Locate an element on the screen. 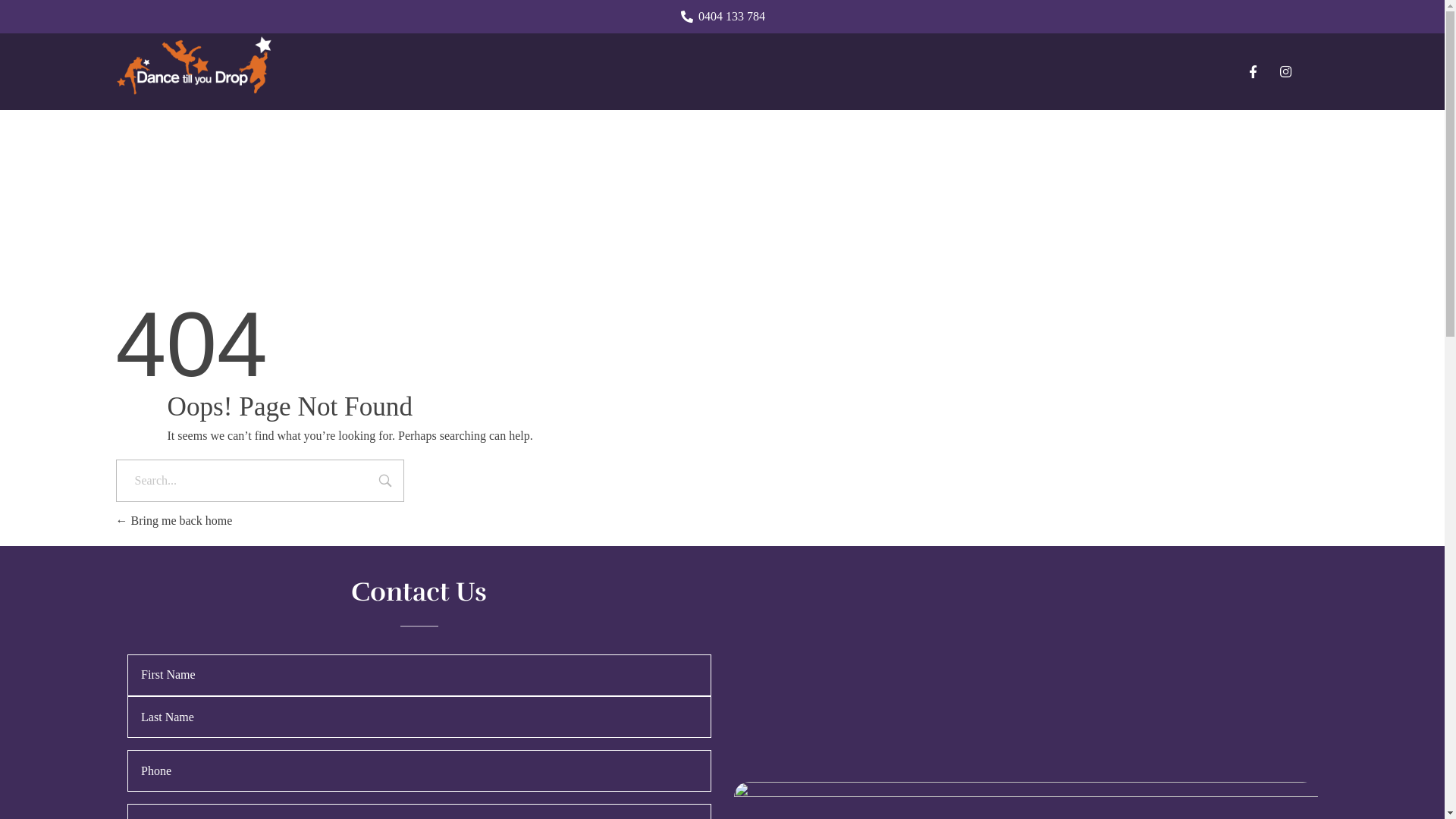  'Search' is located at coordinates (385, 482).